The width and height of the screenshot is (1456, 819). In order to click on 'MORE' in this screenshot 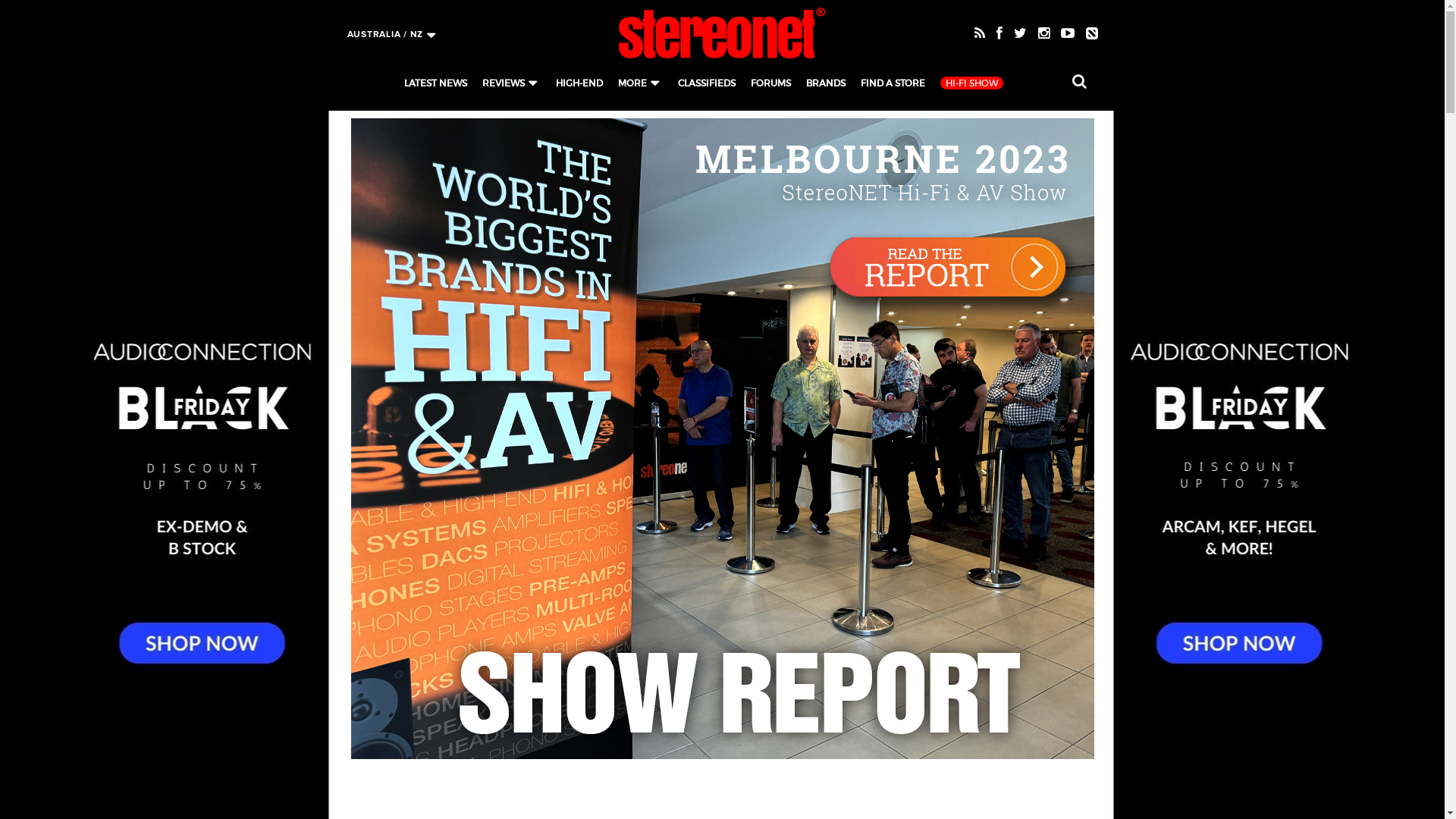, I will do `click(632, 83)`.